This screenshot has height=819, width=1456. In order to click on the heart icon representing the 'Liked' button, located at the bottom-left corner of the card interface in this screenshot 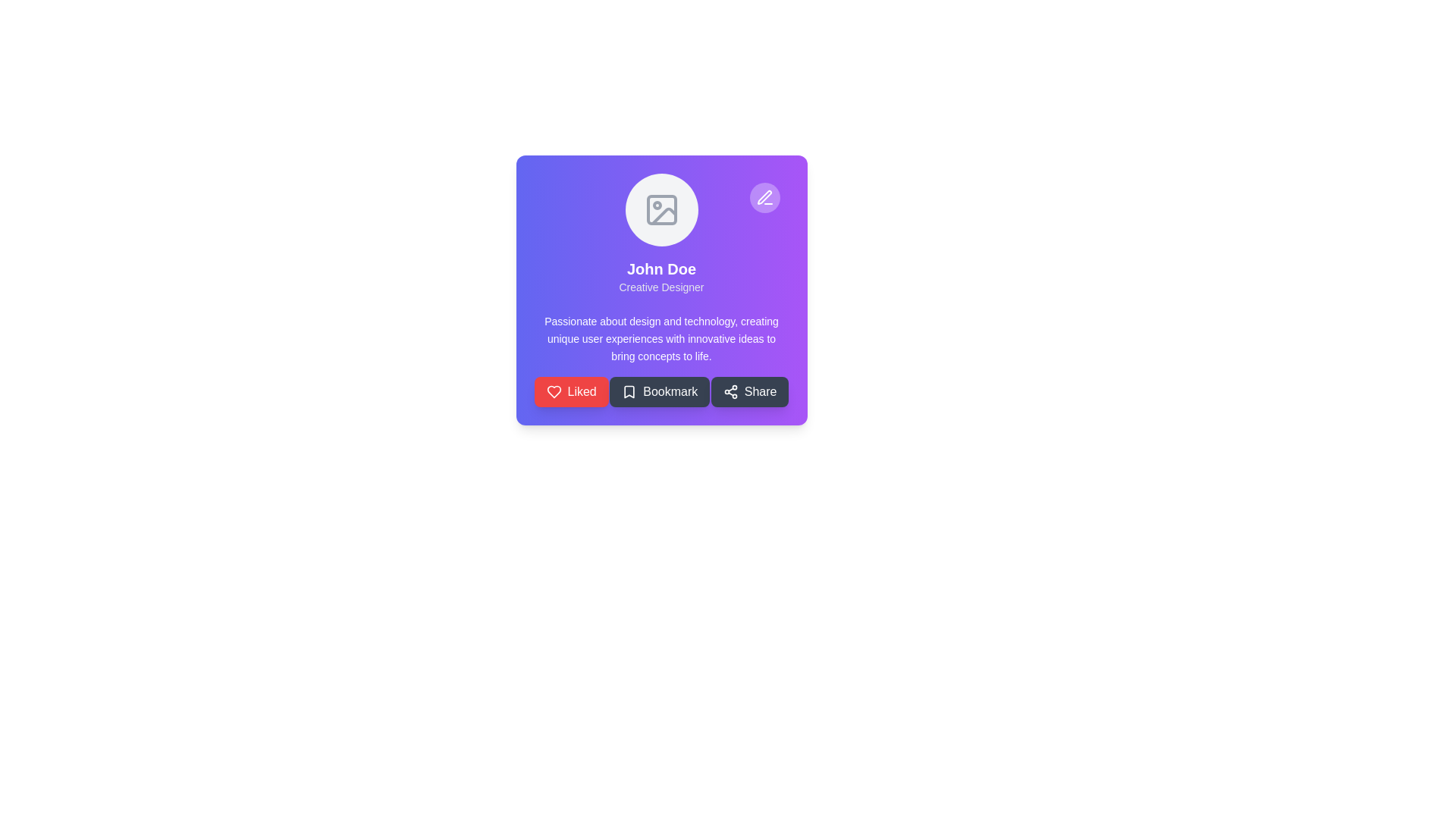, I will do `click(553, 391)`.